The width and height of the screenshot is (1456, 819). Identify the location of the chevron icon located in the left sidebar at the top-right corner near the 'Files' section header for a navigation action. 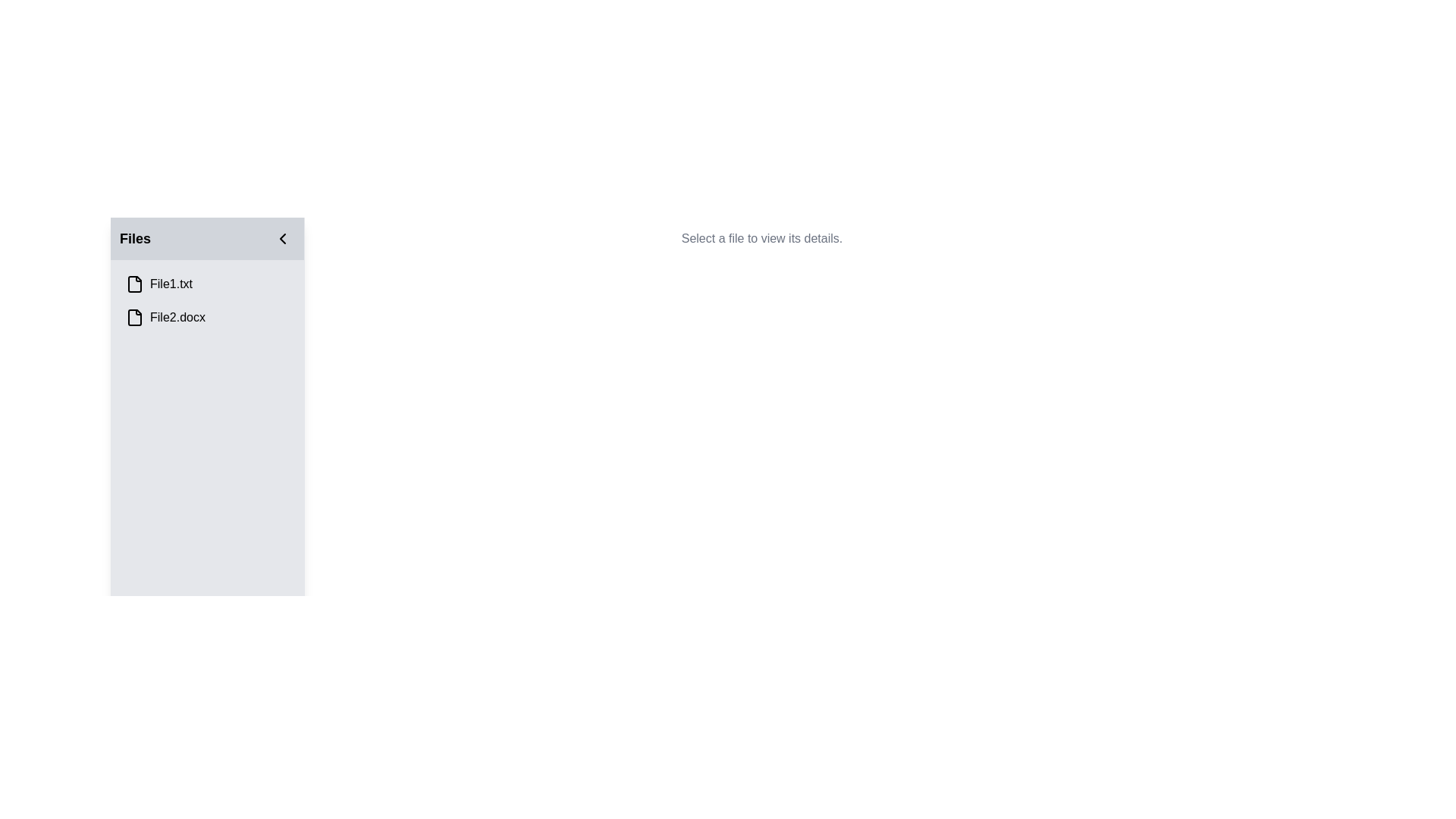
(283, 239).